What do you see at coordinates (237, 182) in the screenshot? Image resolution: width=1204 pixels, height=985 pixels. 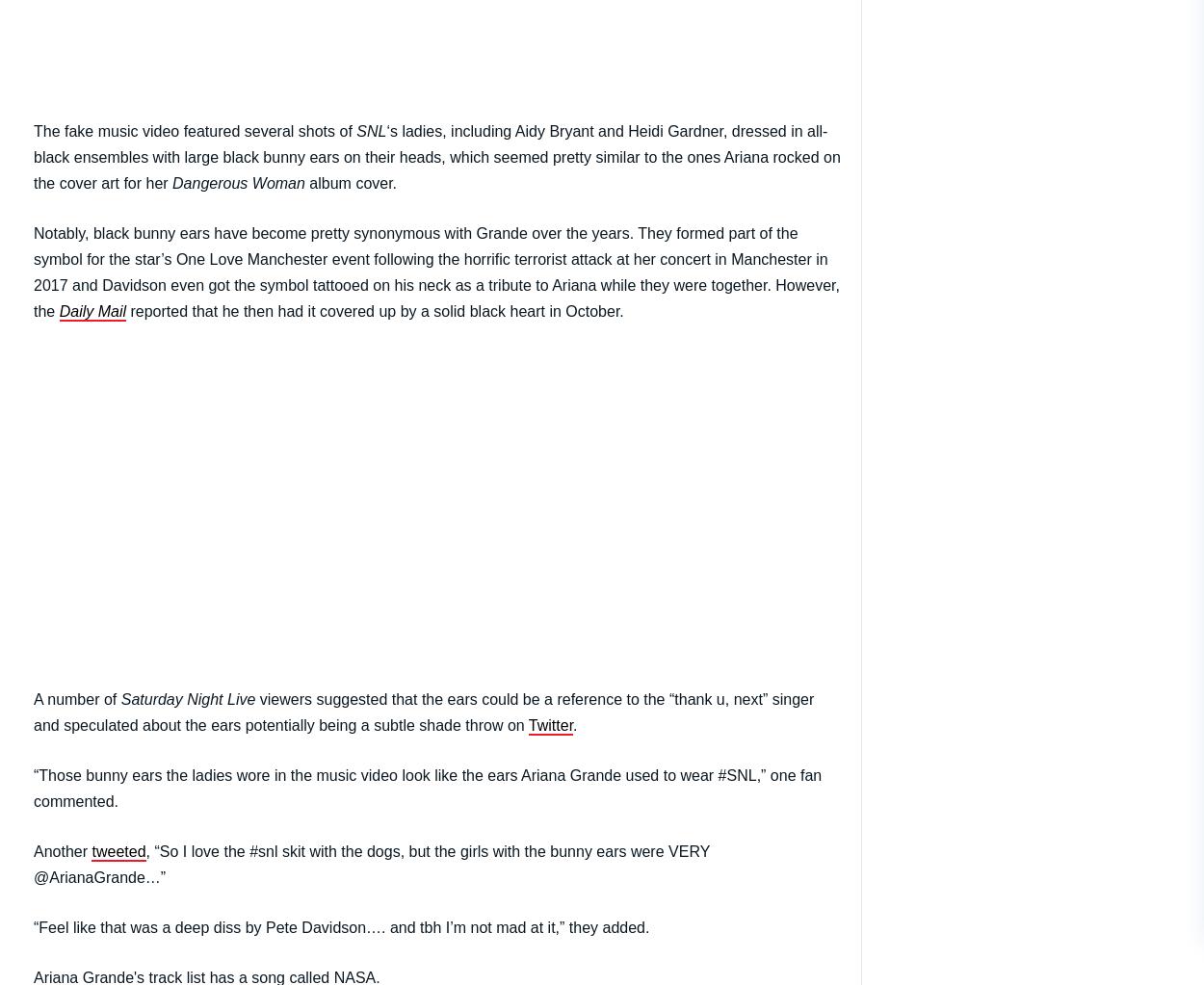 I see `'Dangerous Woman'` at bounding box center [237, 182].